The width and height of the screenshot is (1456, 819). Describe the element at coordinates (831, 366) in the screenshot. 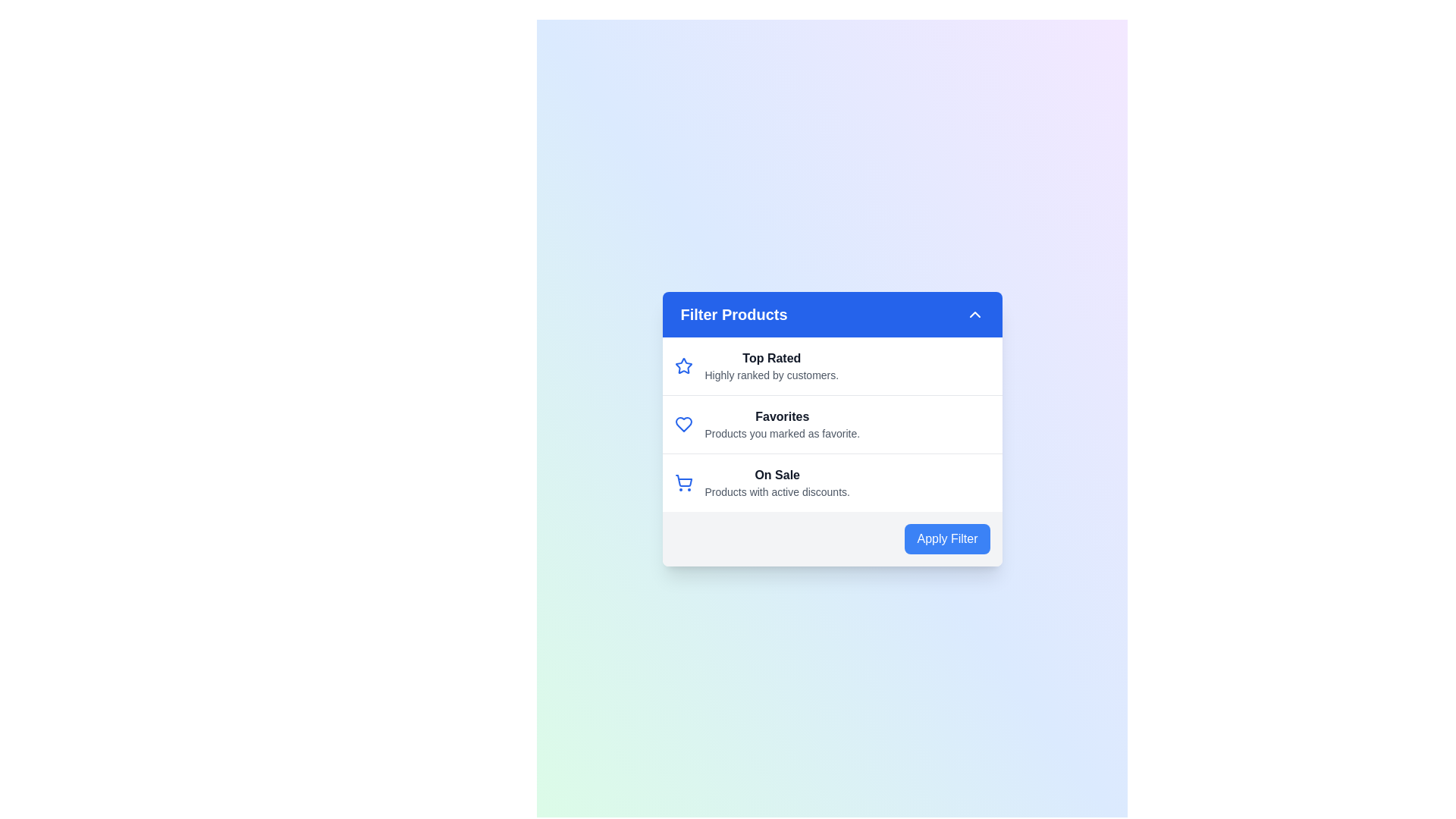

I see `the filter option Top Rated by clicking on its corresponding list item` at that location.